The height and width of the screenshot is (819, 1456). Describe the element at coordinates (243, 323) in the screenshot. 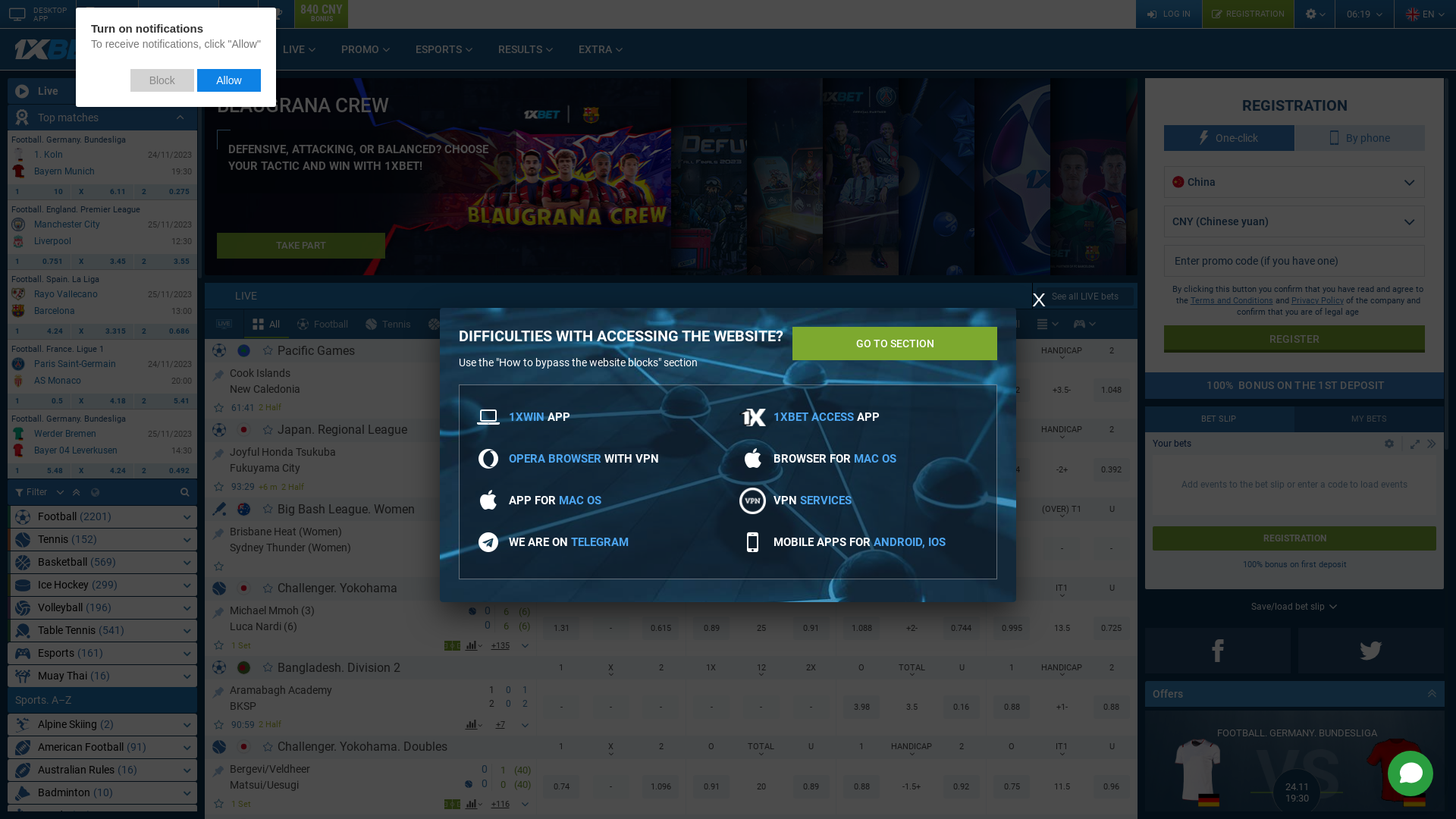

I see `'All'` at that location.